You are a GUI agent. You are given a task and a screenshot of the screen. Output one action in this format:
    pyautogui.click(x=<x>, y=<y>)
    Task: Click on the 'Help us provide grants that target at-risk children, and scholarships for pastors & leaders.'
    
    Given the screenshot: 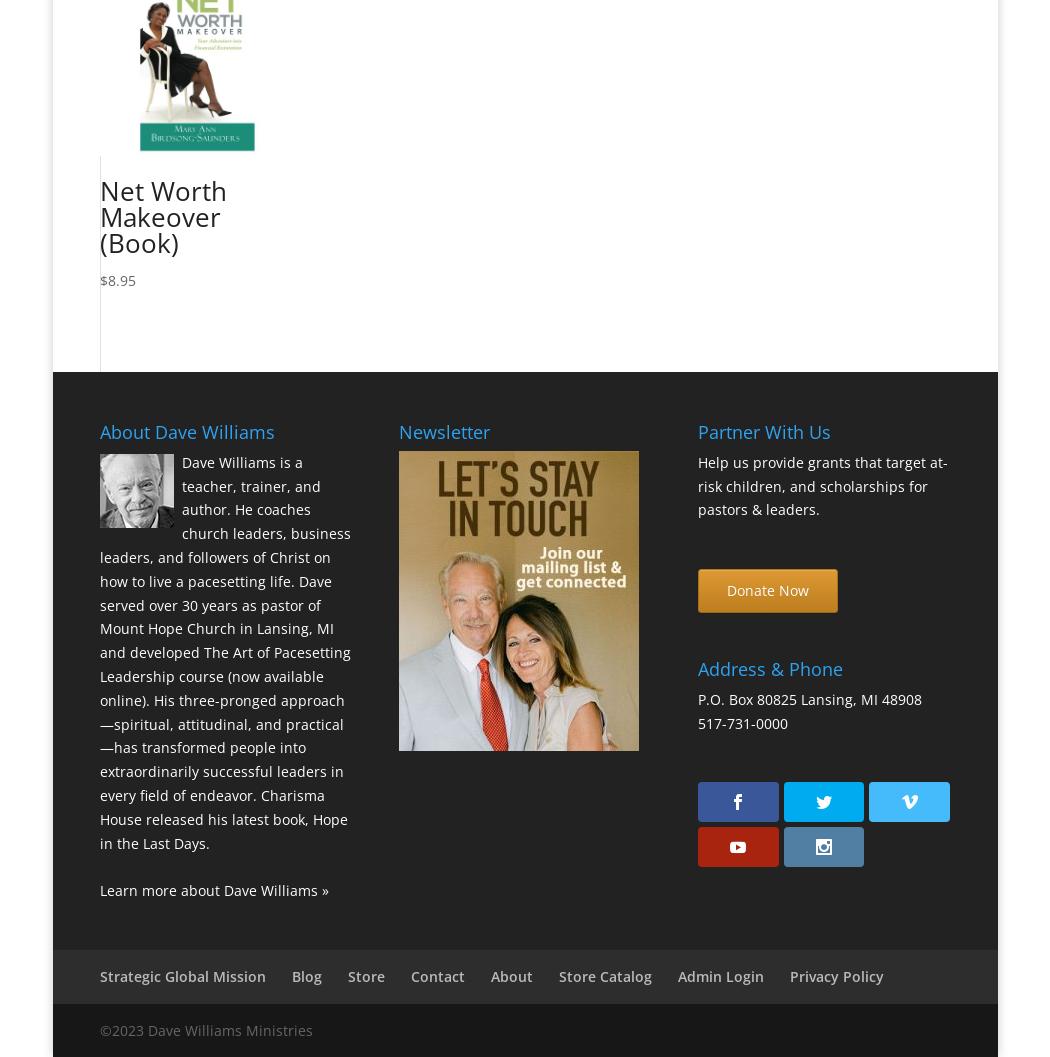 What is the action you would take?
    pyautogui.click(x=821, y=485)
    